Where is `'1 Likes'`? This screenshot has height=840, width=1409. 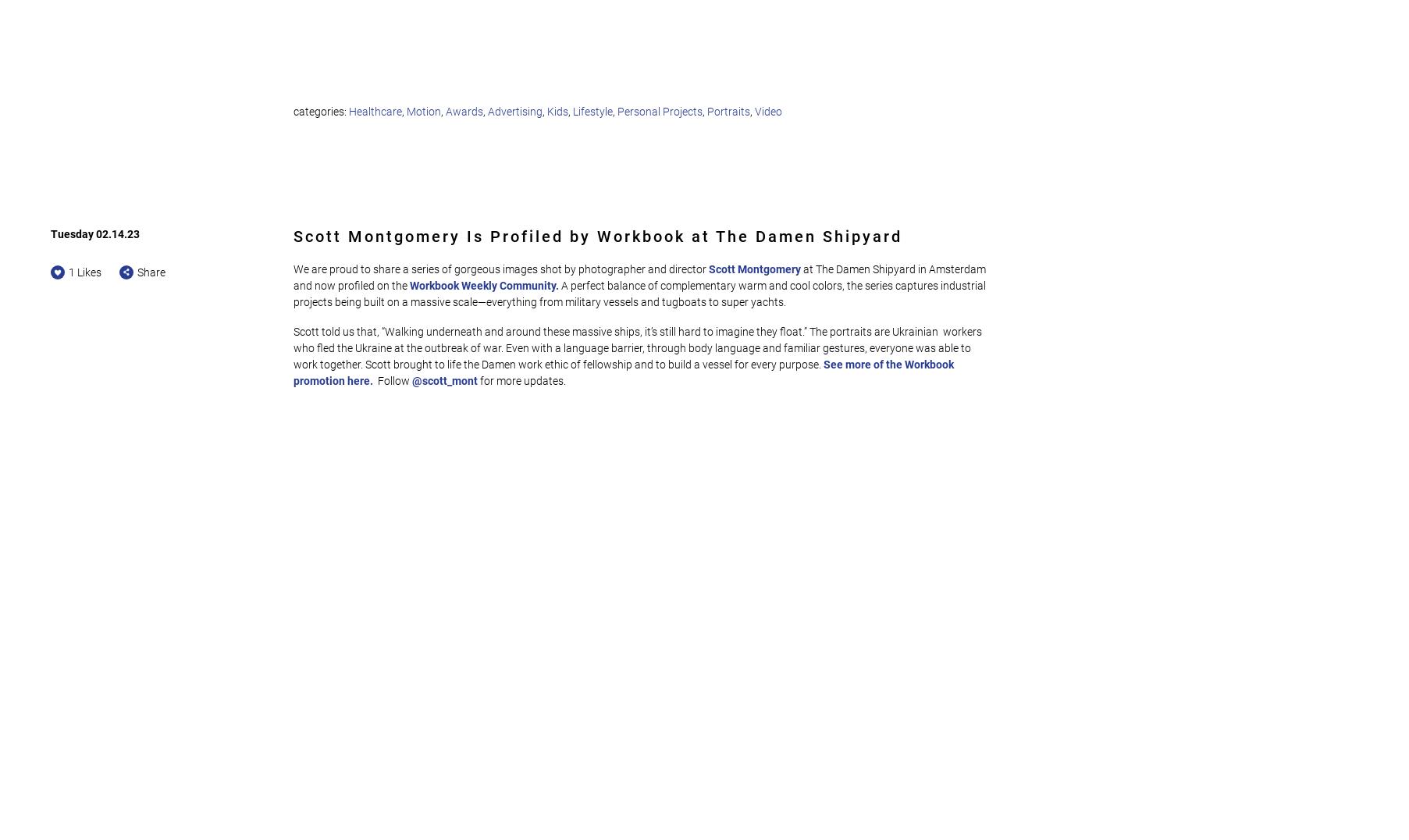
'1 Likes' is located at coordinates (85, 271).